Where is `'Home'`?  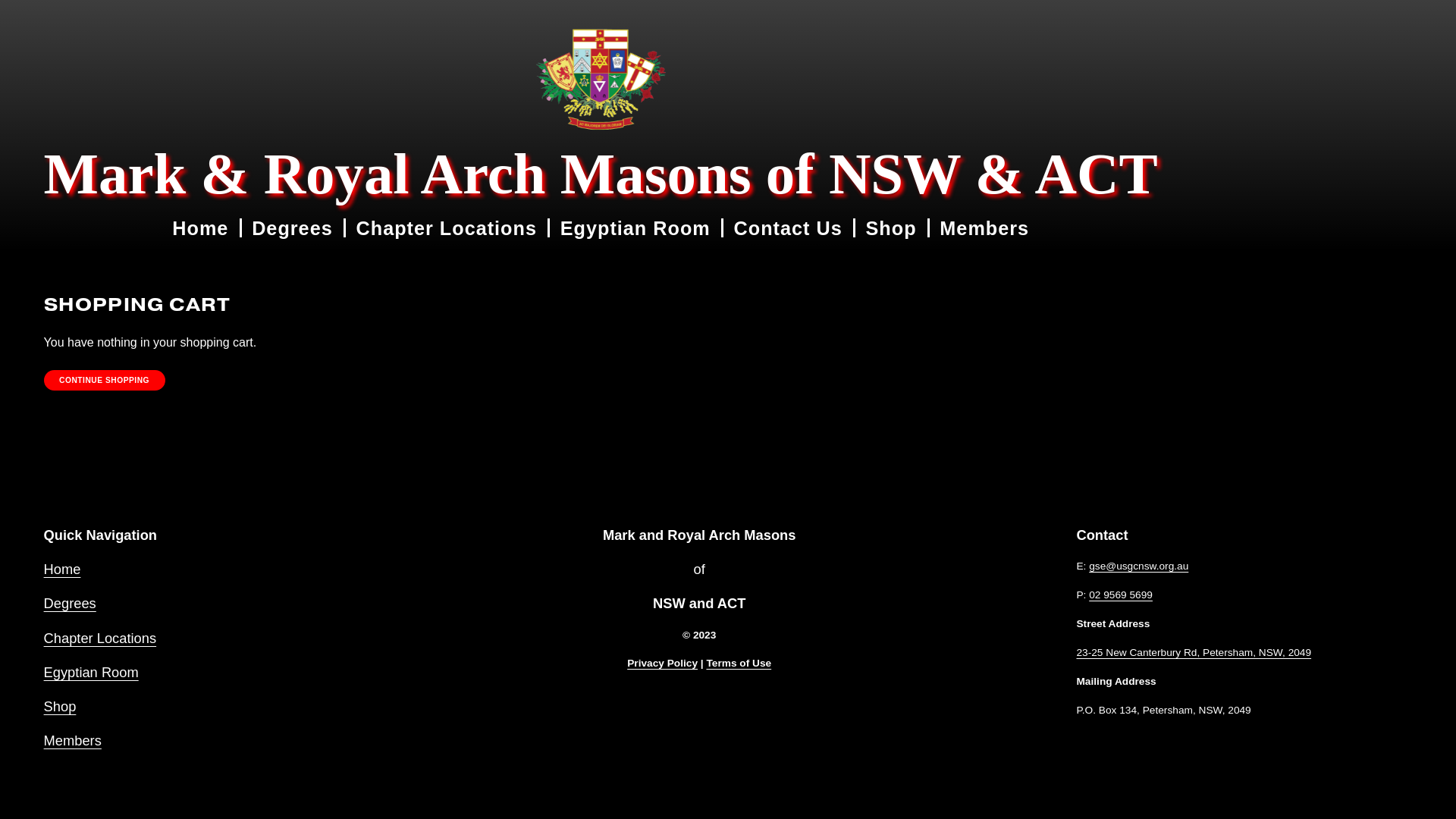 'Home' is located at coordinates (199, 227).